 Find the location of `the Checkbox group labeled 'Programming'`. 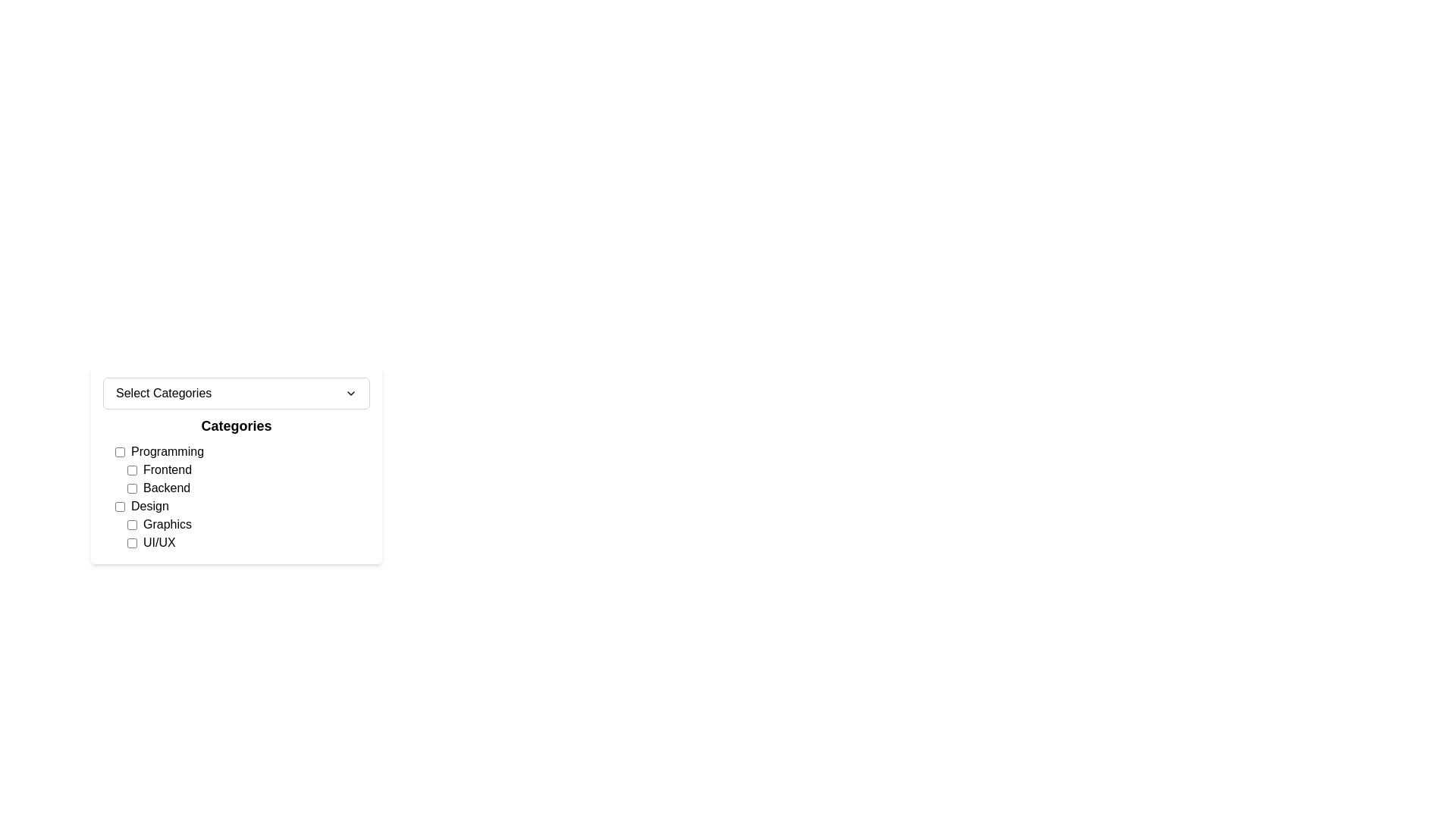

the Checkbox group labeled 'Programming' is located at coordinates (243, 469).